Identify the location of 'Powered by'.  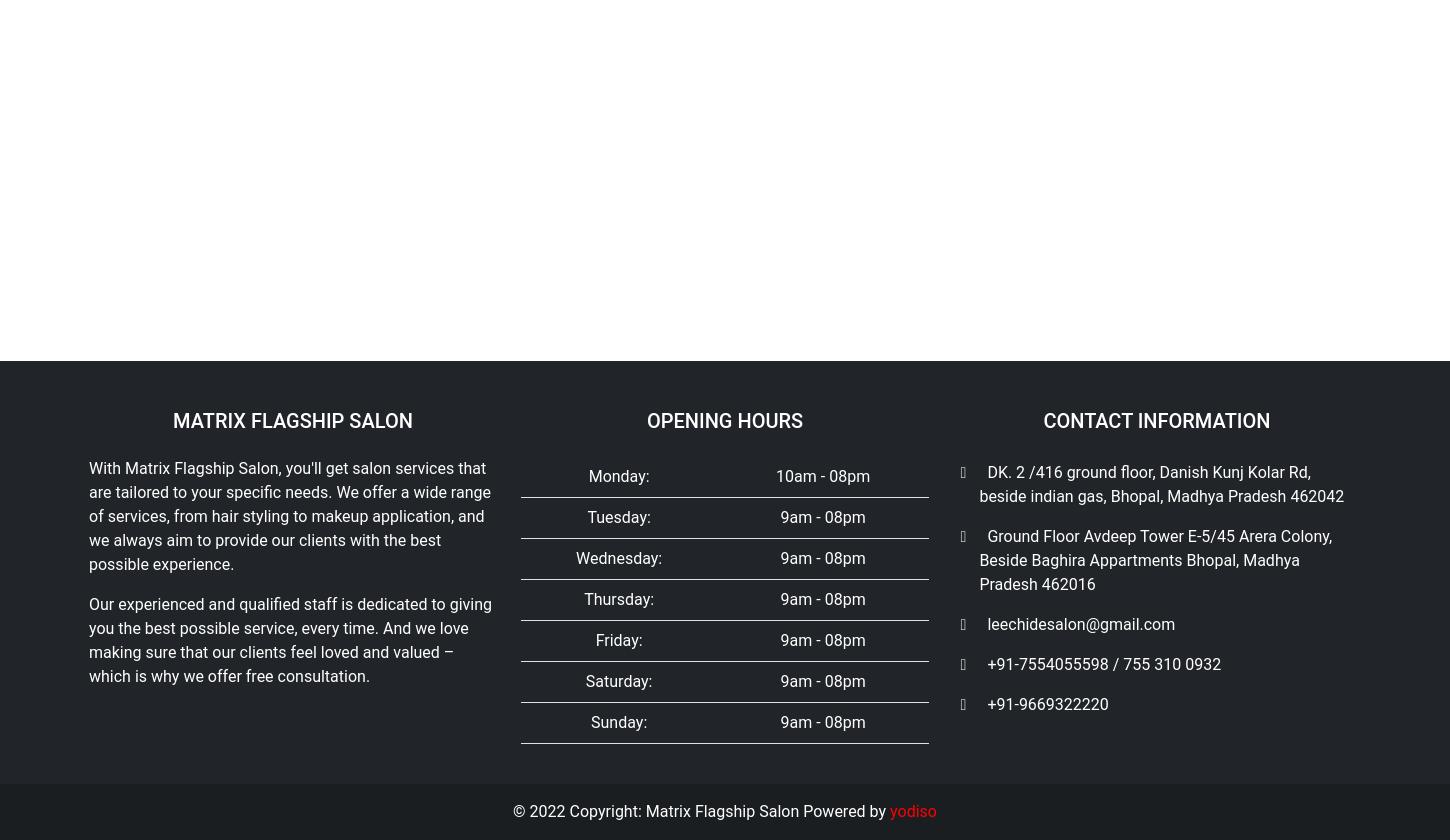
(846, 309).